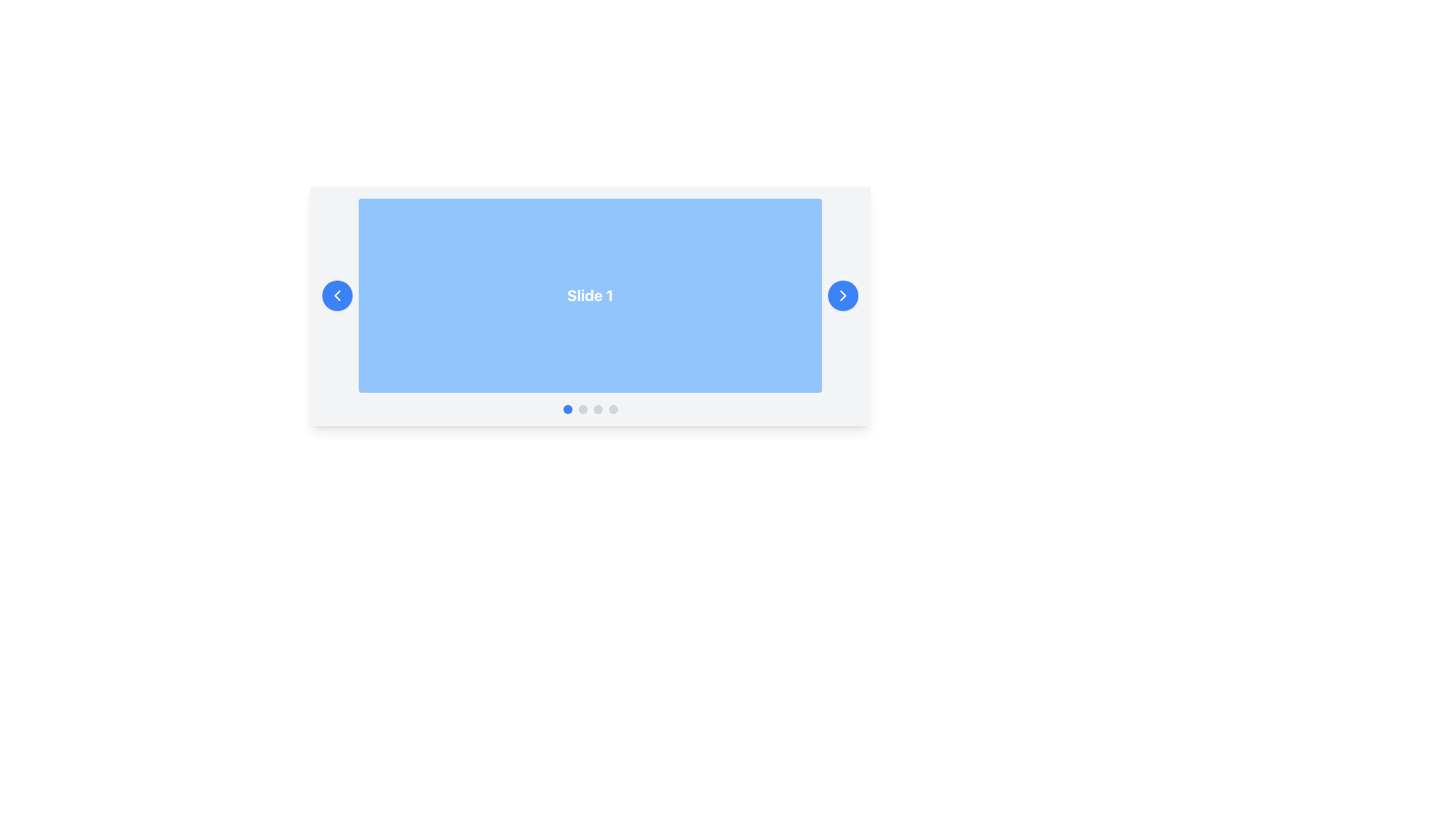 The height and width of the screenshot is (819, 1456). What do you see at coordinates (843, 295) in the screenshot?
I see `the right-pointing chevron icon within the circular blue button` at bounding box center [843, 295].